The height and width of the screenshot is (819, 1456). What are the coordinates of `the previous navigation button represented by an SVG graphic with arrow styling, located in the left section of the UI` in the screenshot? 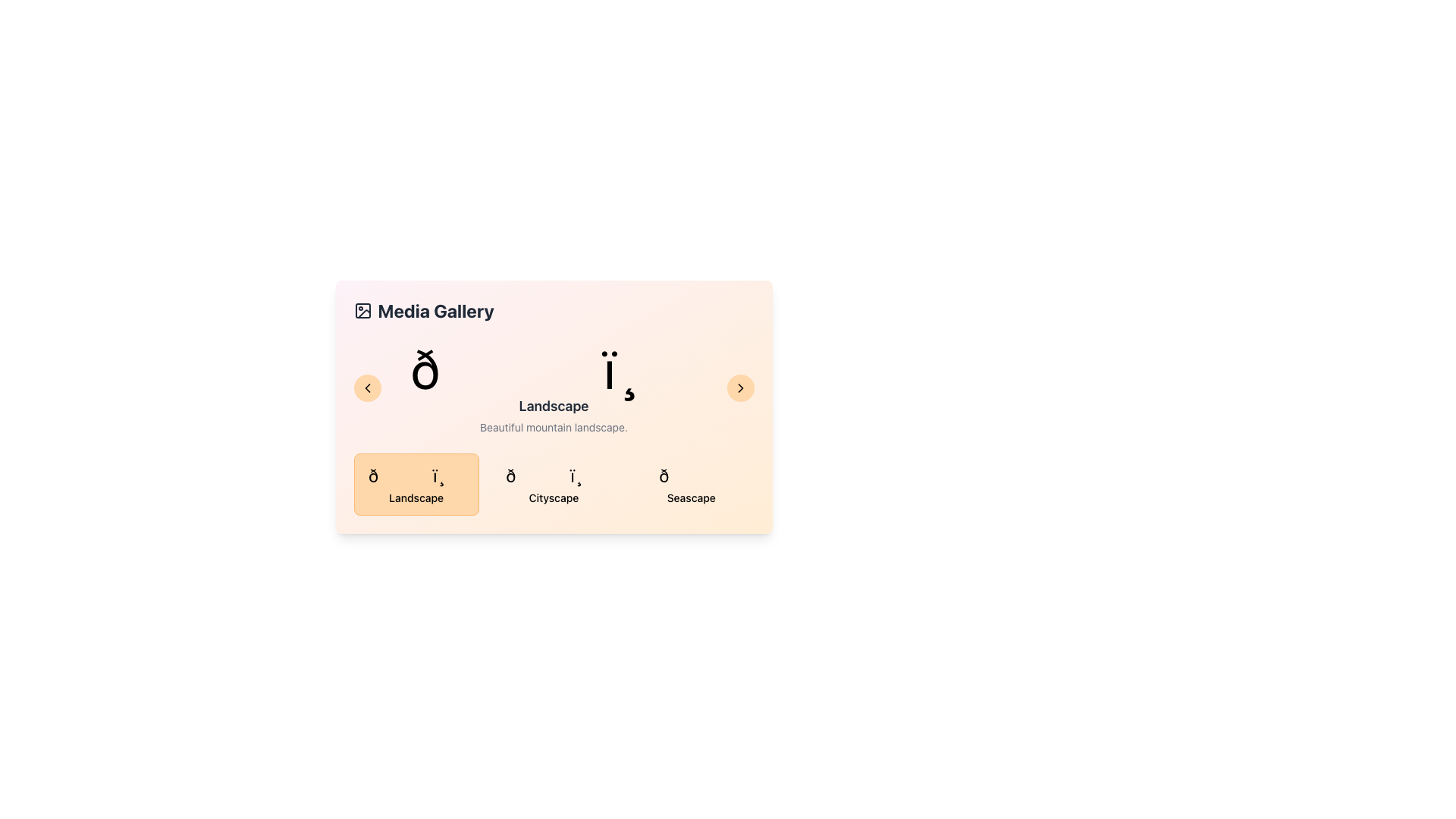 It's located at (367, 388).